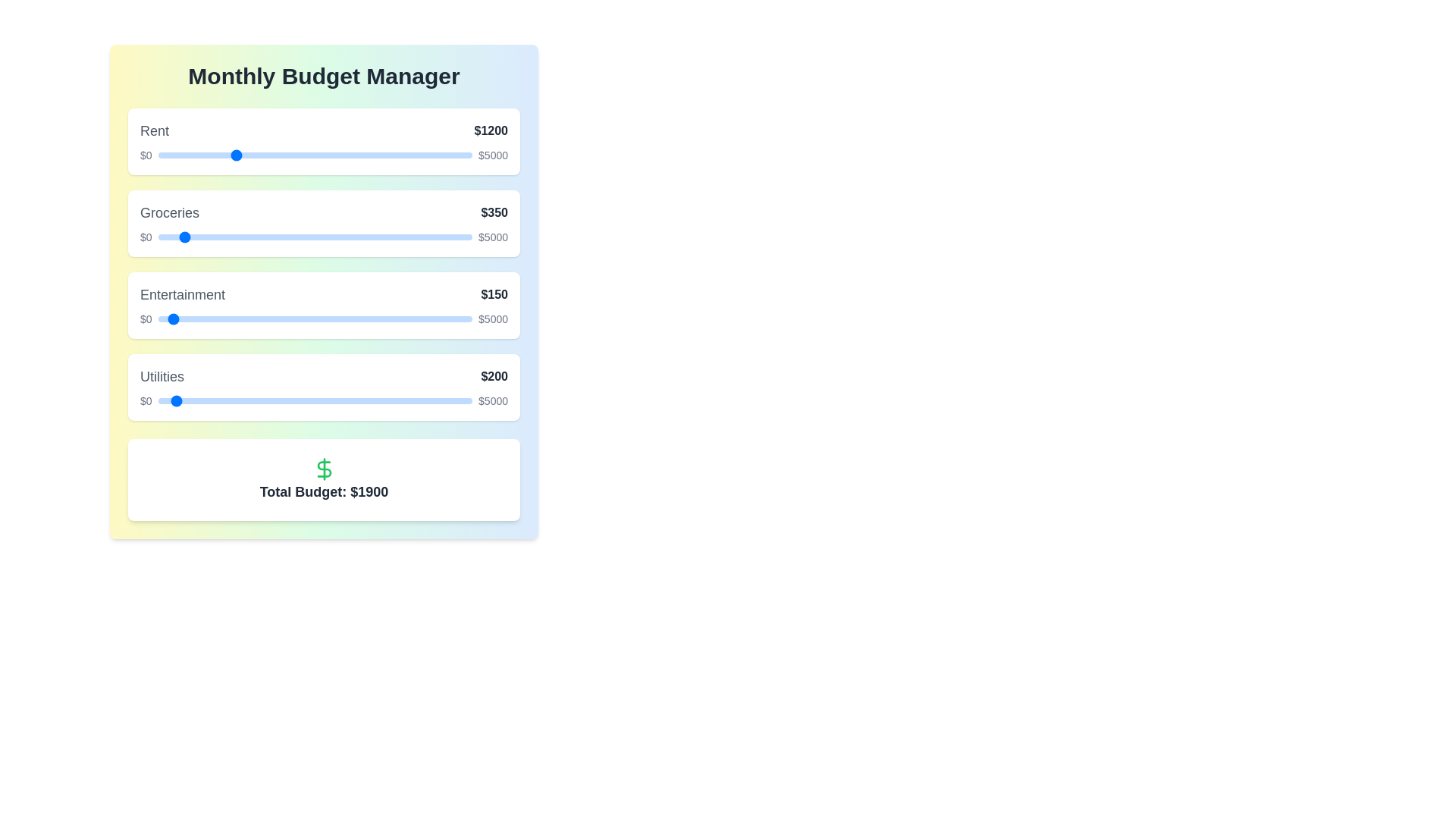  What do you see at coordinates (323, 76) in the screenshot?
I see `text of the bold and large header 'Monthly Budget Manager' displayed prominently at the top of the interface` at bounding box center [323, 76].